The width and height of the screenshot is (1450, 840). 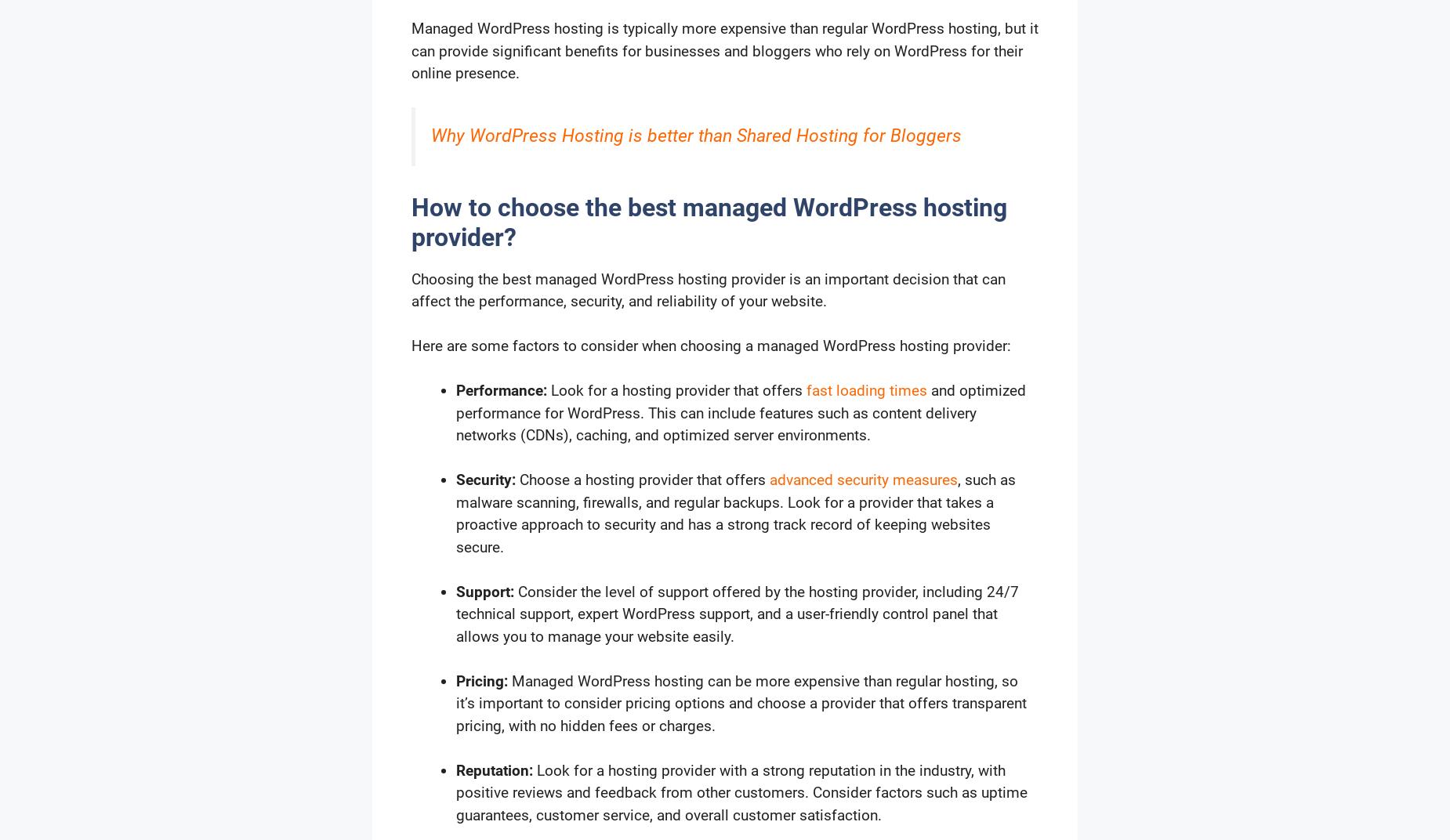 What do you see at coordinates (485, 480) in the screenshot?
I see `'Security:'` at bounding box center [485, 480].